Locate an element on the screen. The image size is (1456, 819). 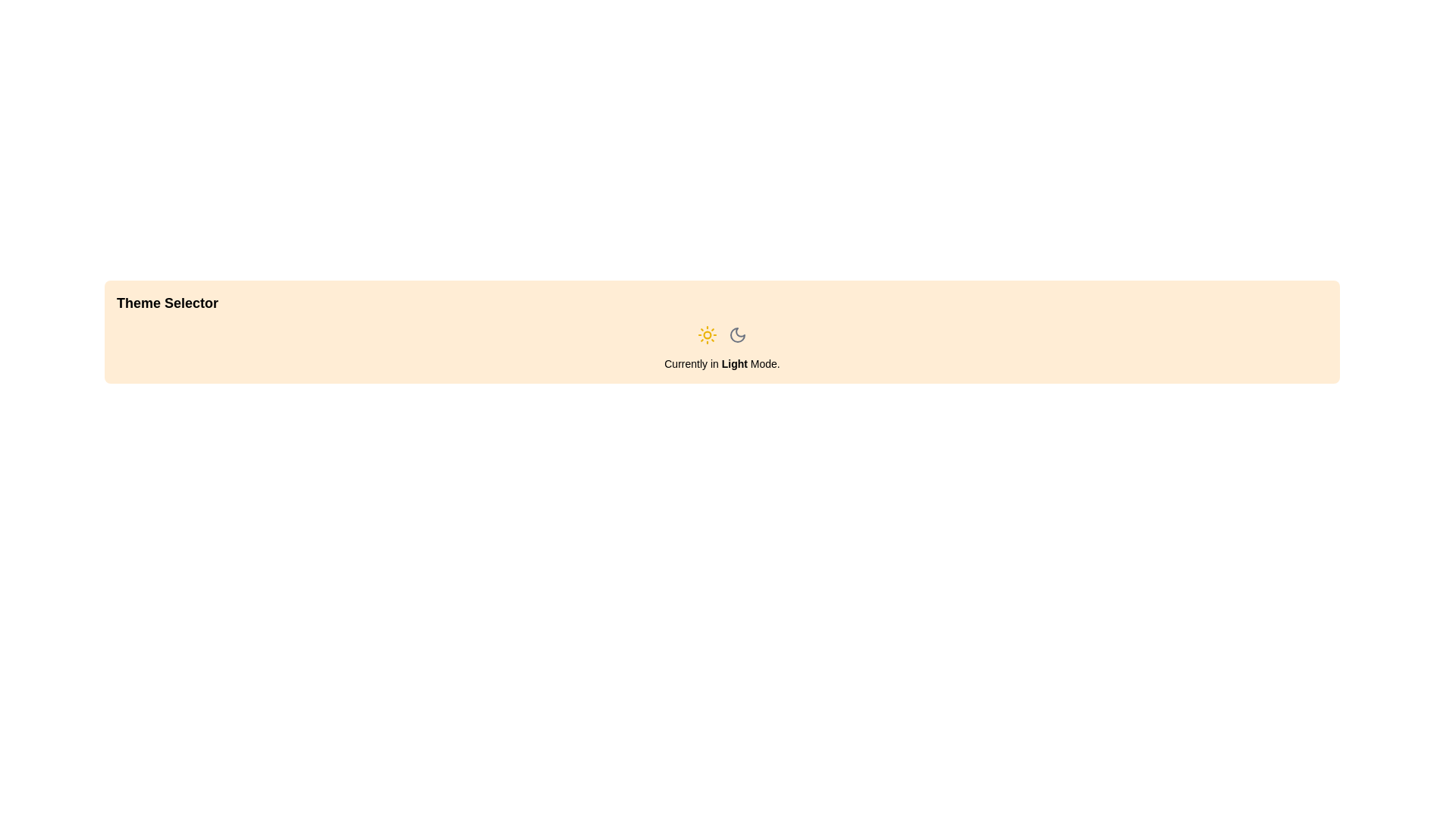
the button to set the theme to Light is located at coordinates (706, 334).